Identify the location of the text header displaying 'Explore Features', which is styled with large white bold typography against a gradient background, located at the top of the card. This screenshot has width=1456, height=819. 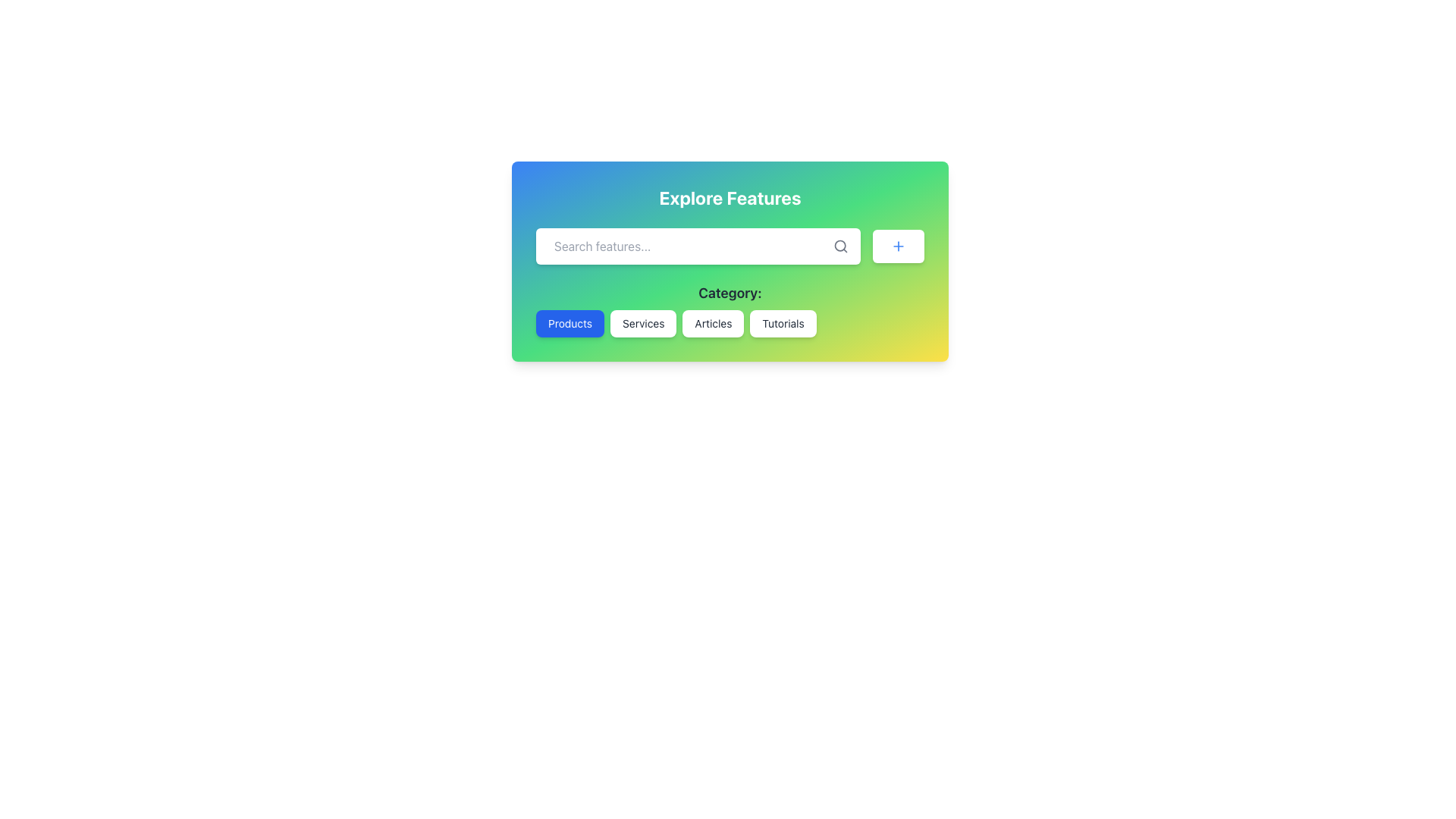
(730, 197).